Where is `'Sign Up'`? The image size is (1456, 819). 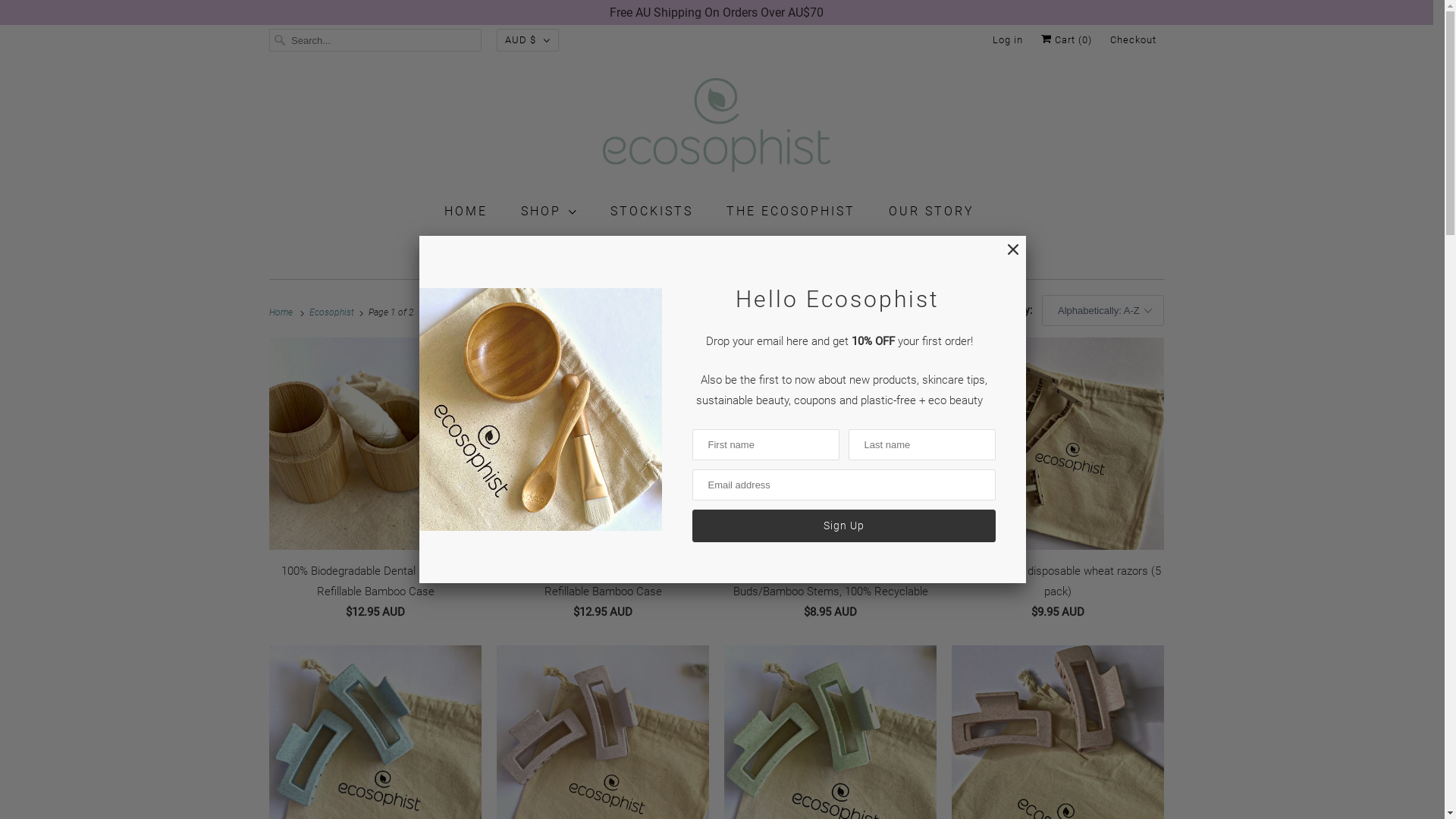
'Sign Up' is located at coordinates (843, 525).